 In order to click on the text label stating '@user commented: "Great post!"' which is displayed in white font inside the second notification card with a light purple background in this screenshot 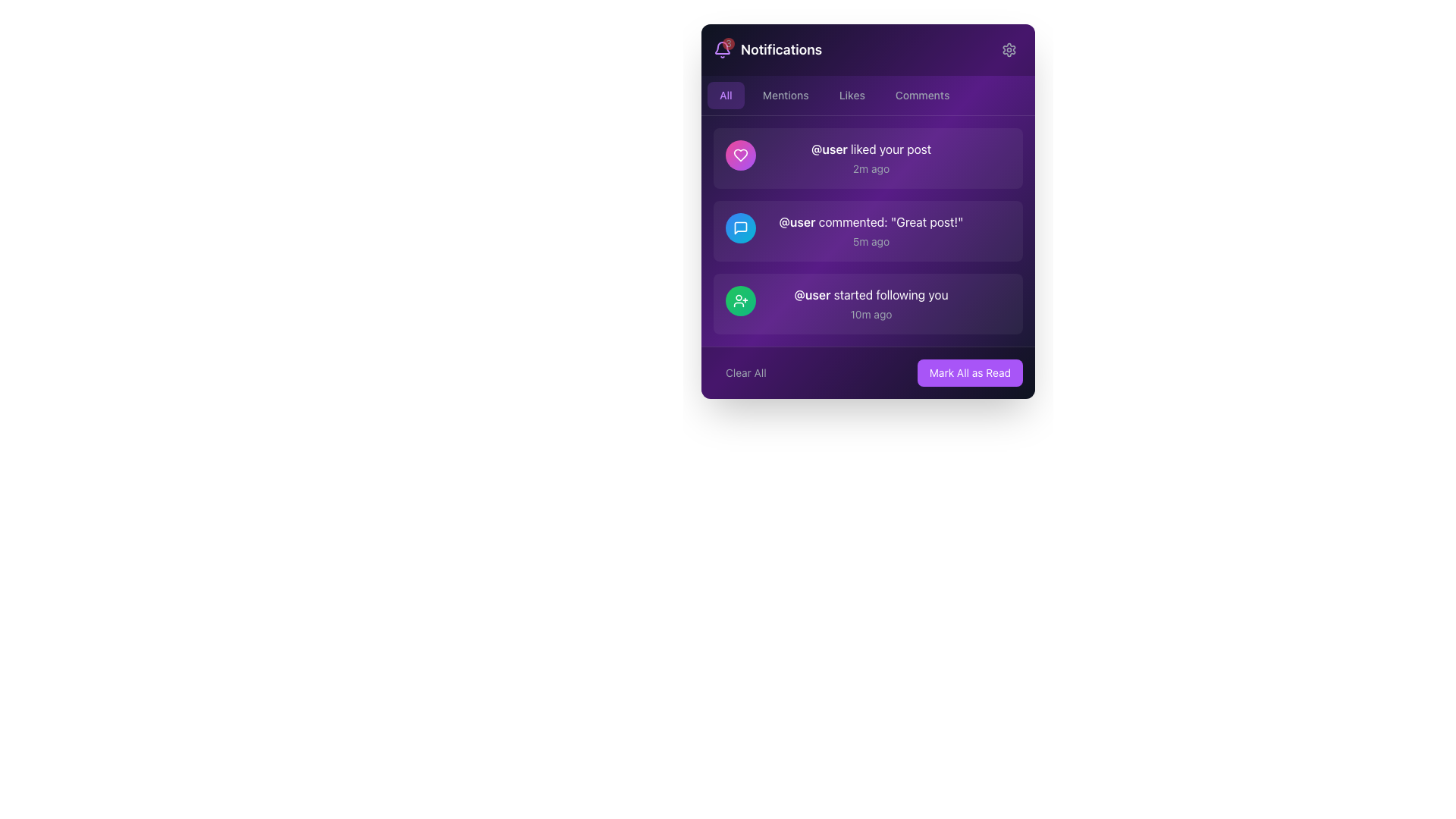, I will do `click(871, 222)`.